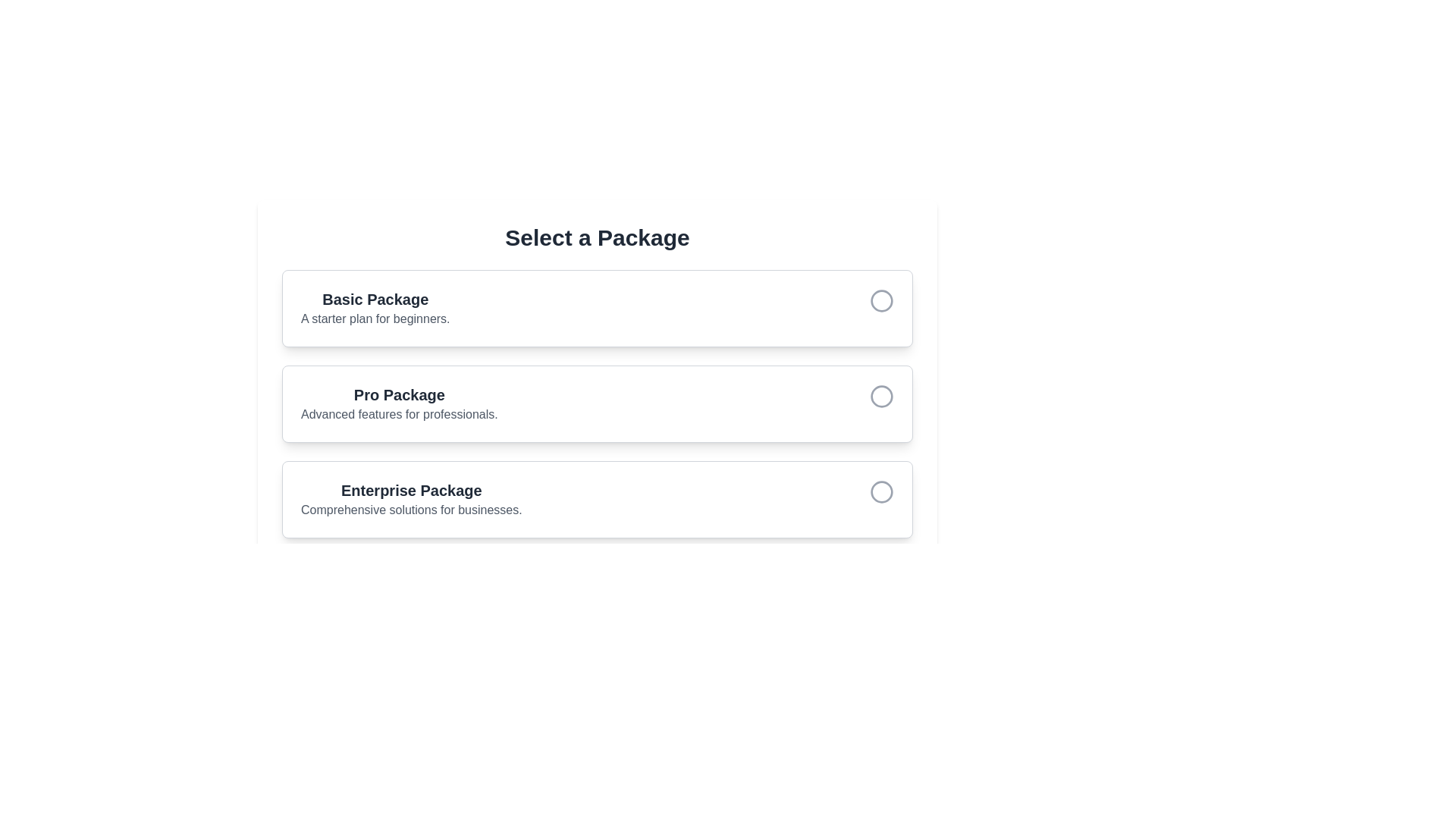  What do you see at coordinates (881, 491) in the screenshot?
I see `the radio button for the 'Enterprise Package' located at the far right of the third row of package options` at bounding box center [881, 491].